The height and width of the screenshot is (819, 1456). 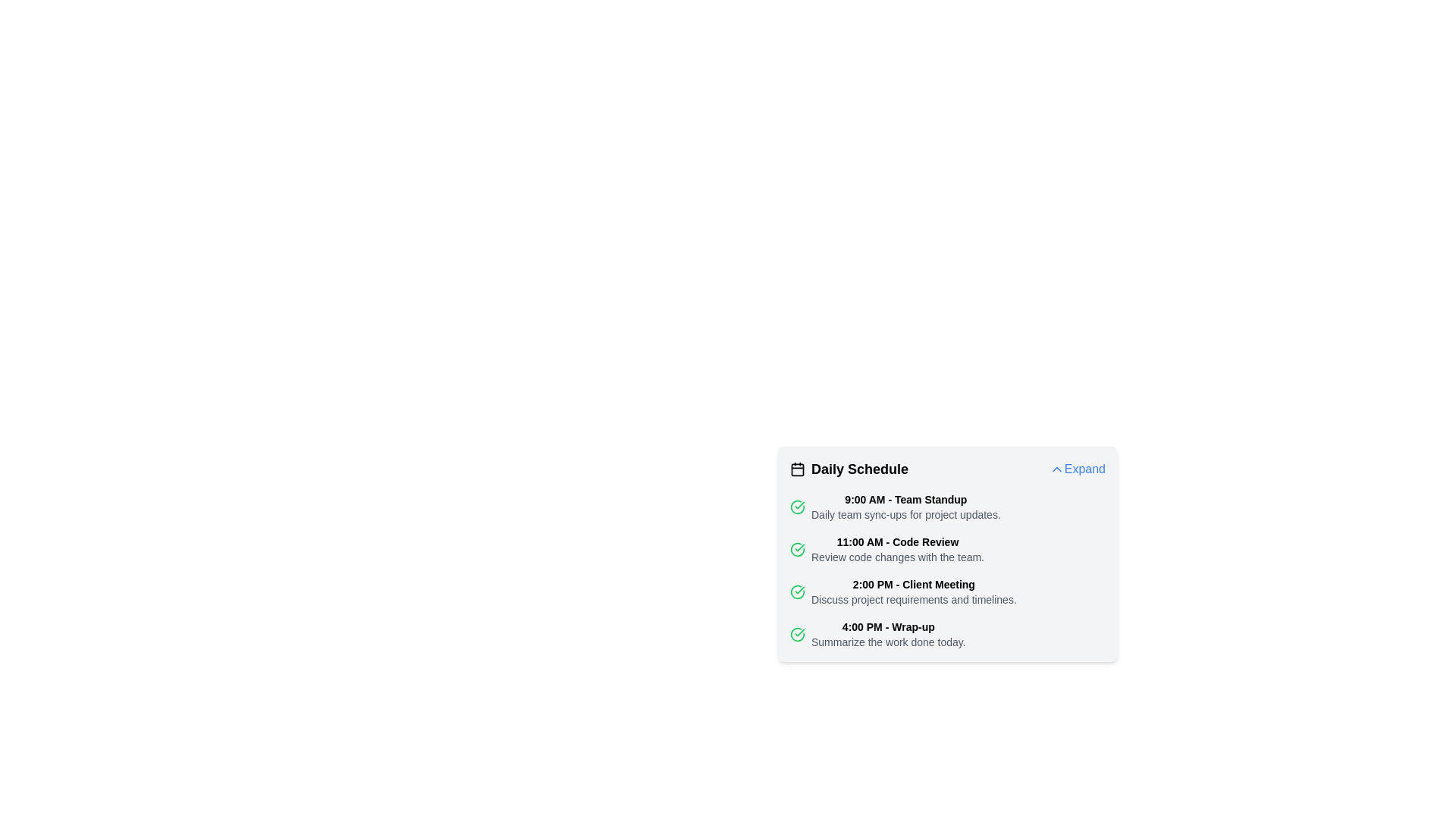 I want to click on the schedule entry that displays '11:00 AM - Code Review' with a green checkmark, so click(x=946, y=550).